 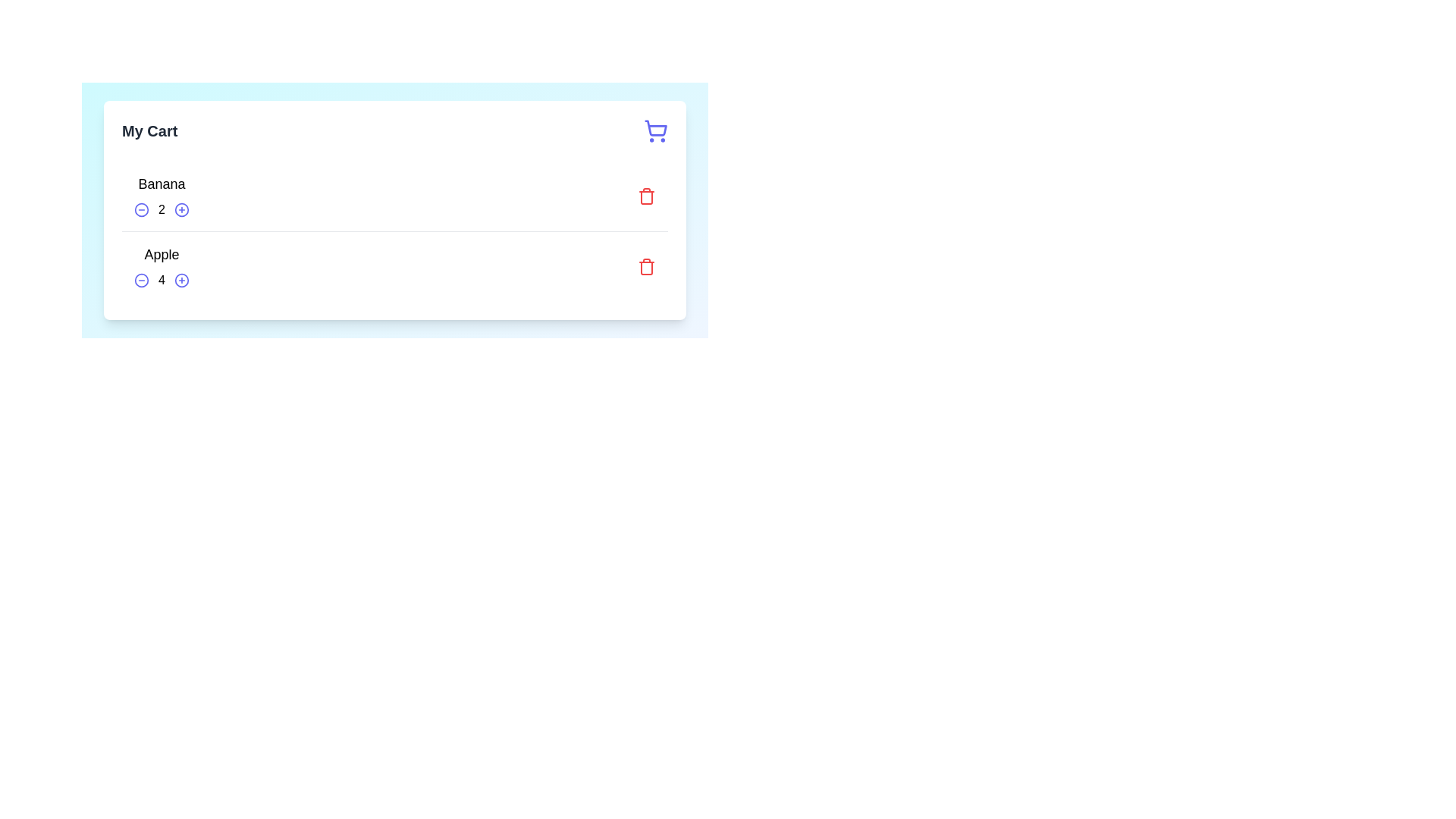 What do you see at coordinates (162, 281) in the screenshot?
I see `bold numeric value '4' representing the quantity of 'Apple' in the cart summary, located between the decrement and increment icons` at bounding box center [162, 281].